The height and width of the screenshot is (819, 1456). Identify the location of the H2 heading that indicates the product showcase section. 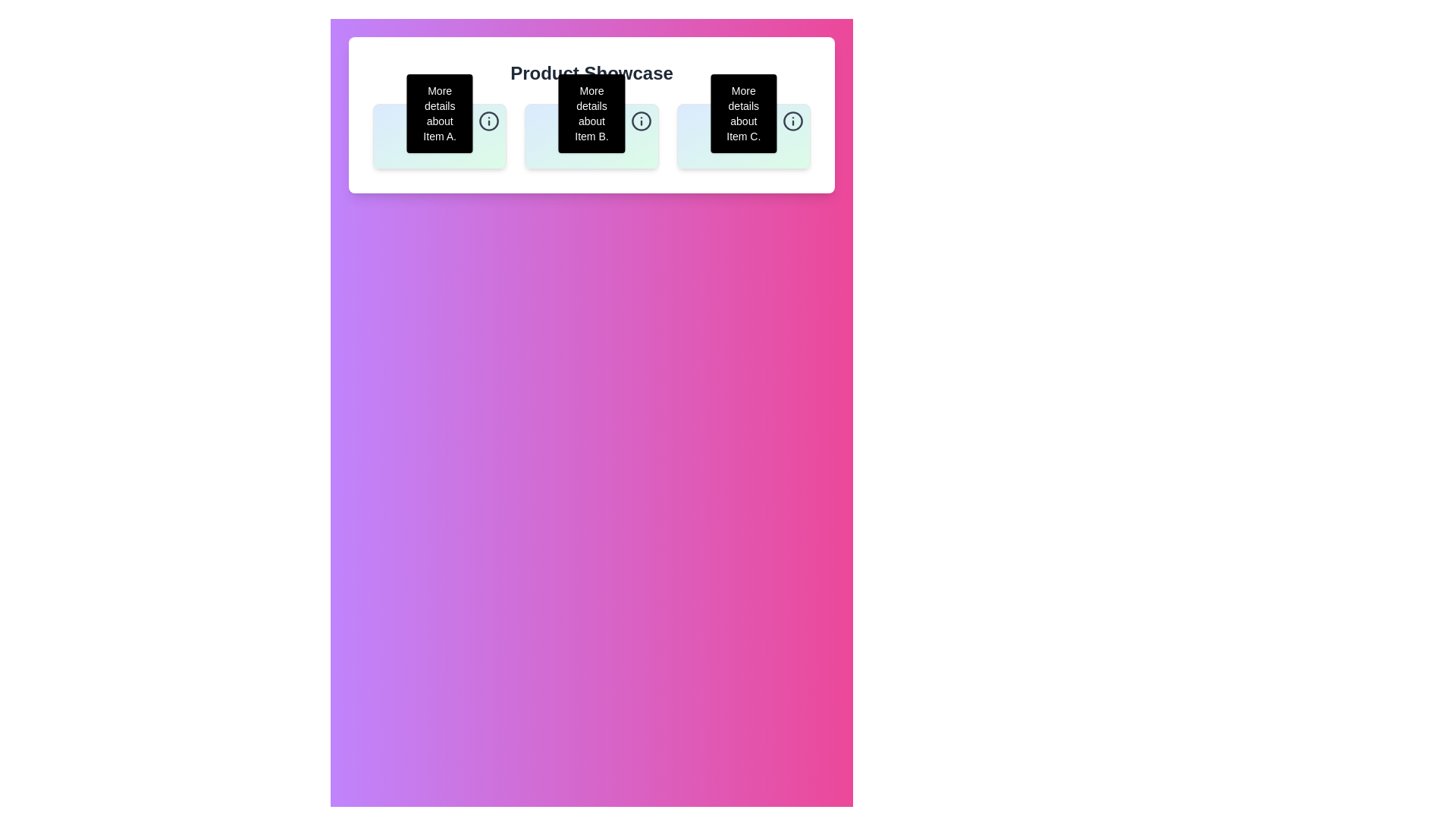
(591, 73).